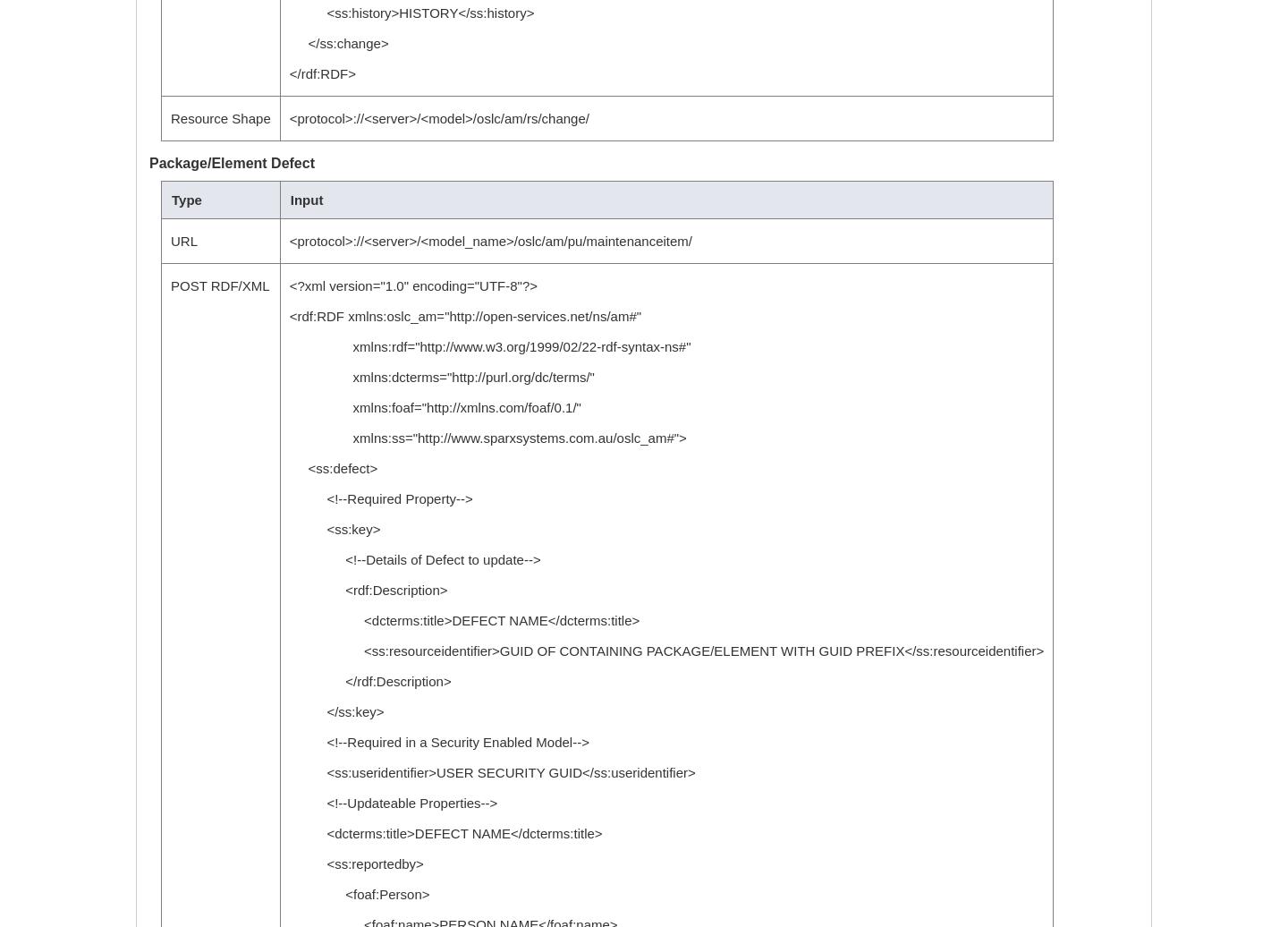  Describe the element at coordinates (491, 772) in the screenshot. I see `'<ss:useridentifier>USER SECURITY GUID</ss:useridentifier>'` at that location.